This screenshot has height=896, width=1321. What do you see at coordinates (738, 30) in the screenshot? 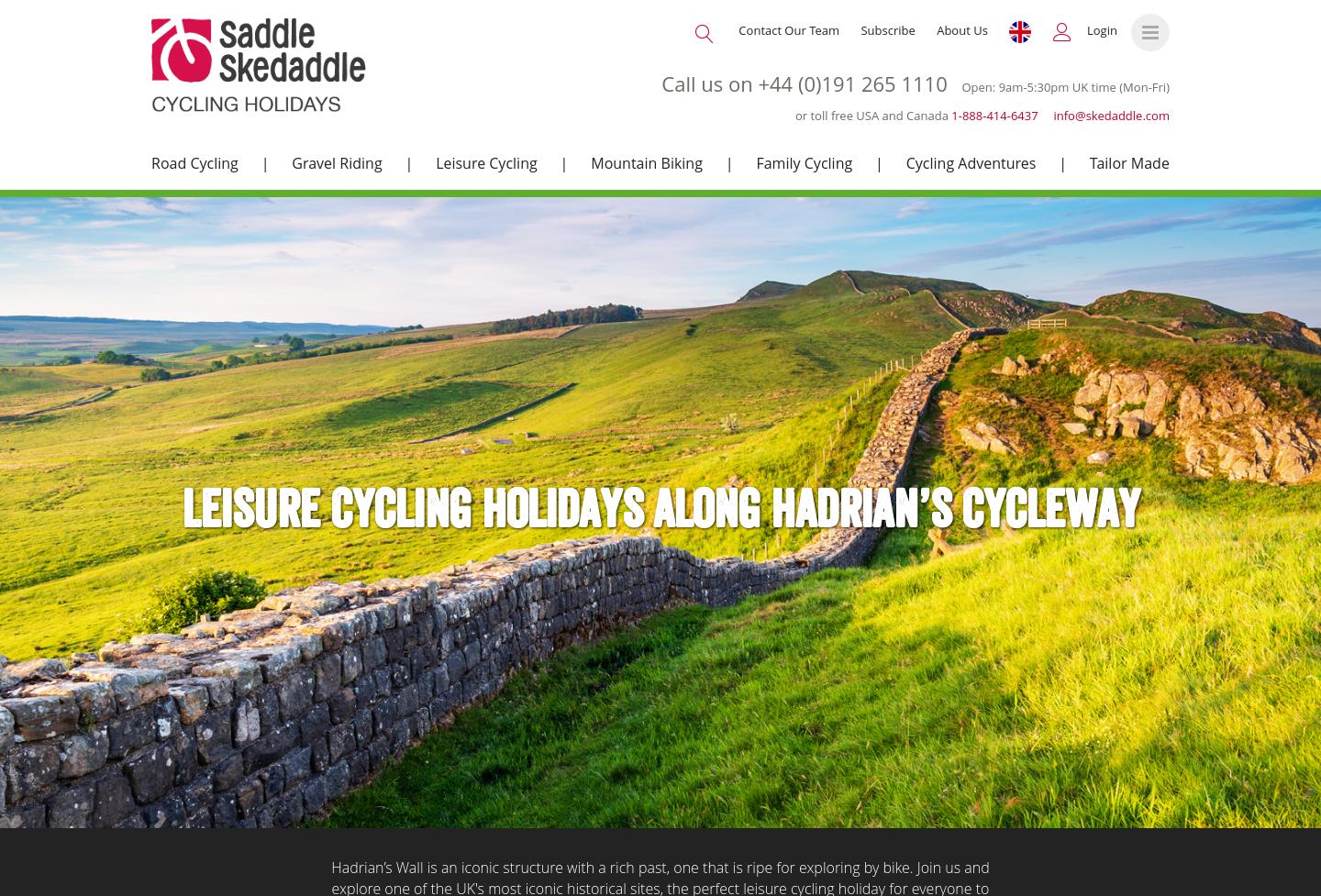
I see `'Contact Our Team'` at bounding box center [738, 30].